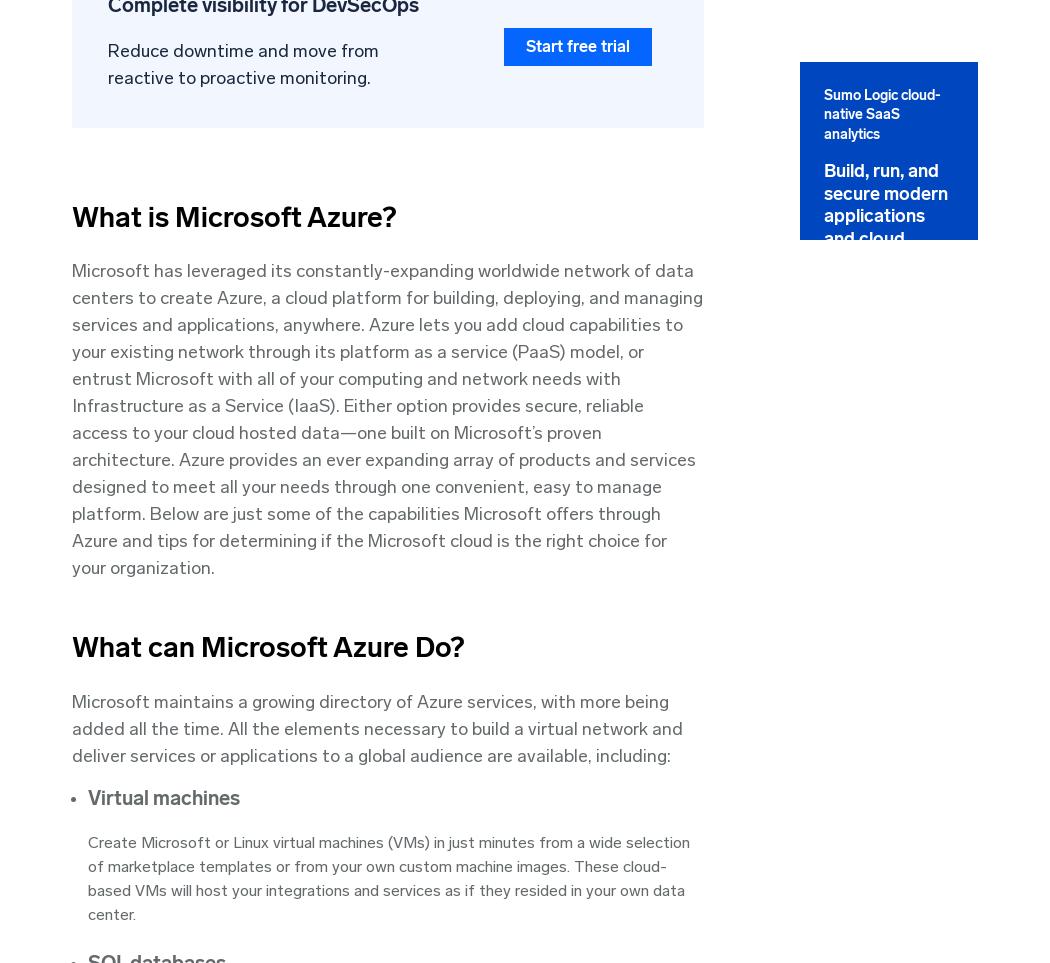  I want to click on 'GCP Monitoring', so click(763, 485).